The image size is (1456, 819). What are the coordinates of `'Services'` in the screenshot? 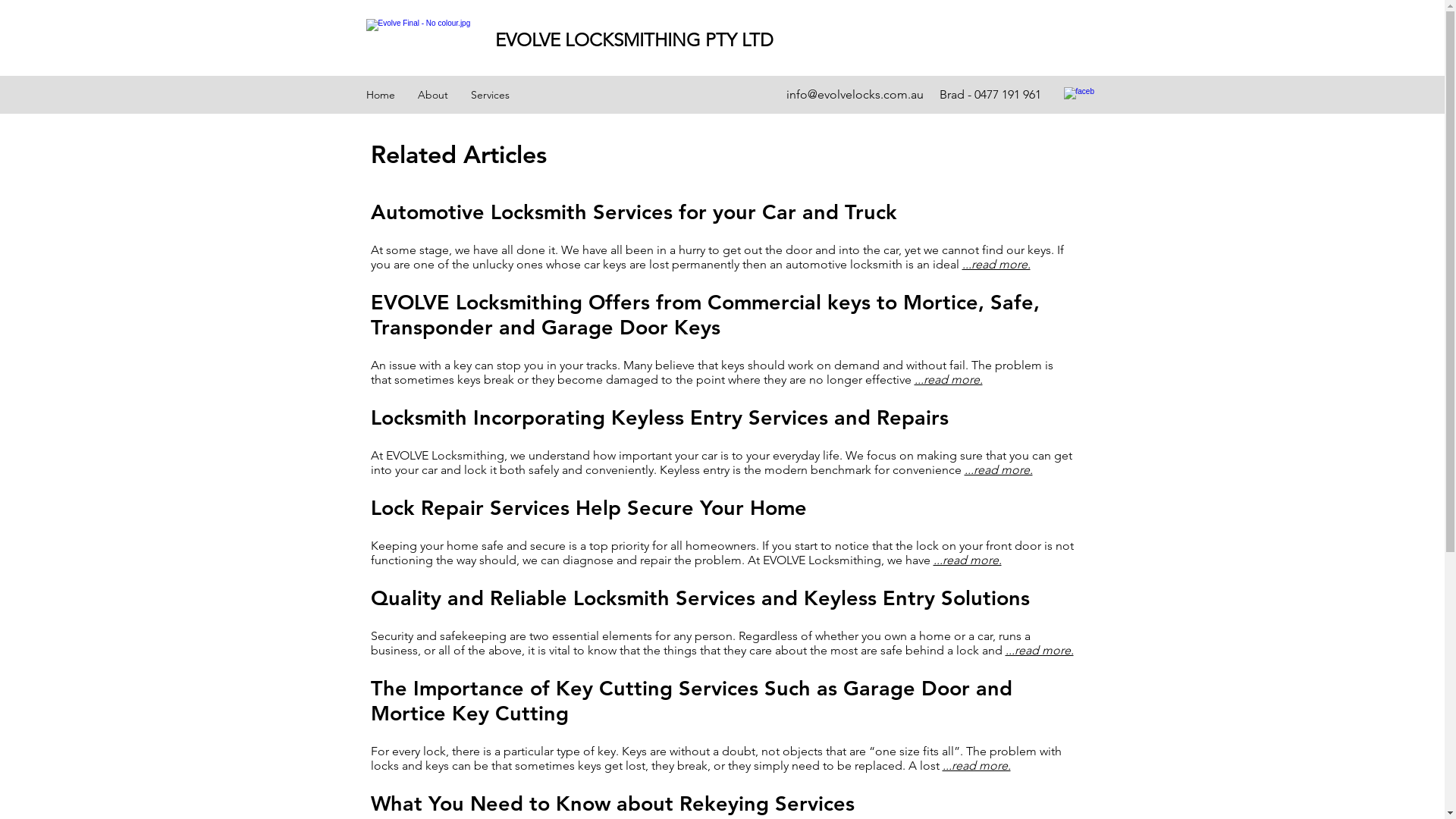 It's located at (490, 94).